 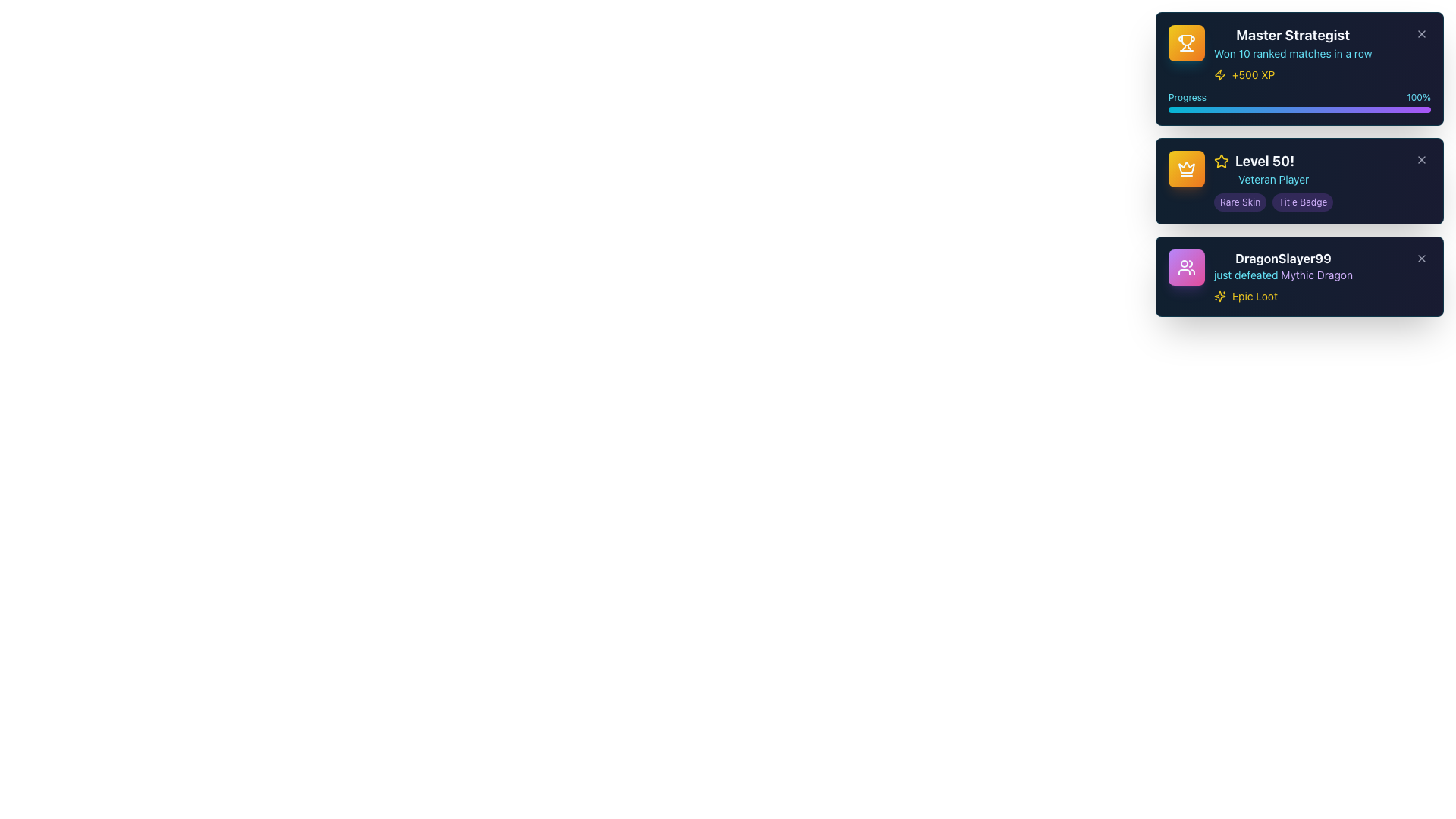 What do you see at coordinates (1185, 167) in the screenshot?
I see `the orange crown emblem icon associated with the 'Level 50!' title and 'Veteran Player' caption located in the second notification card from the top in the right-hand column` at bounding box center [1185, 167].